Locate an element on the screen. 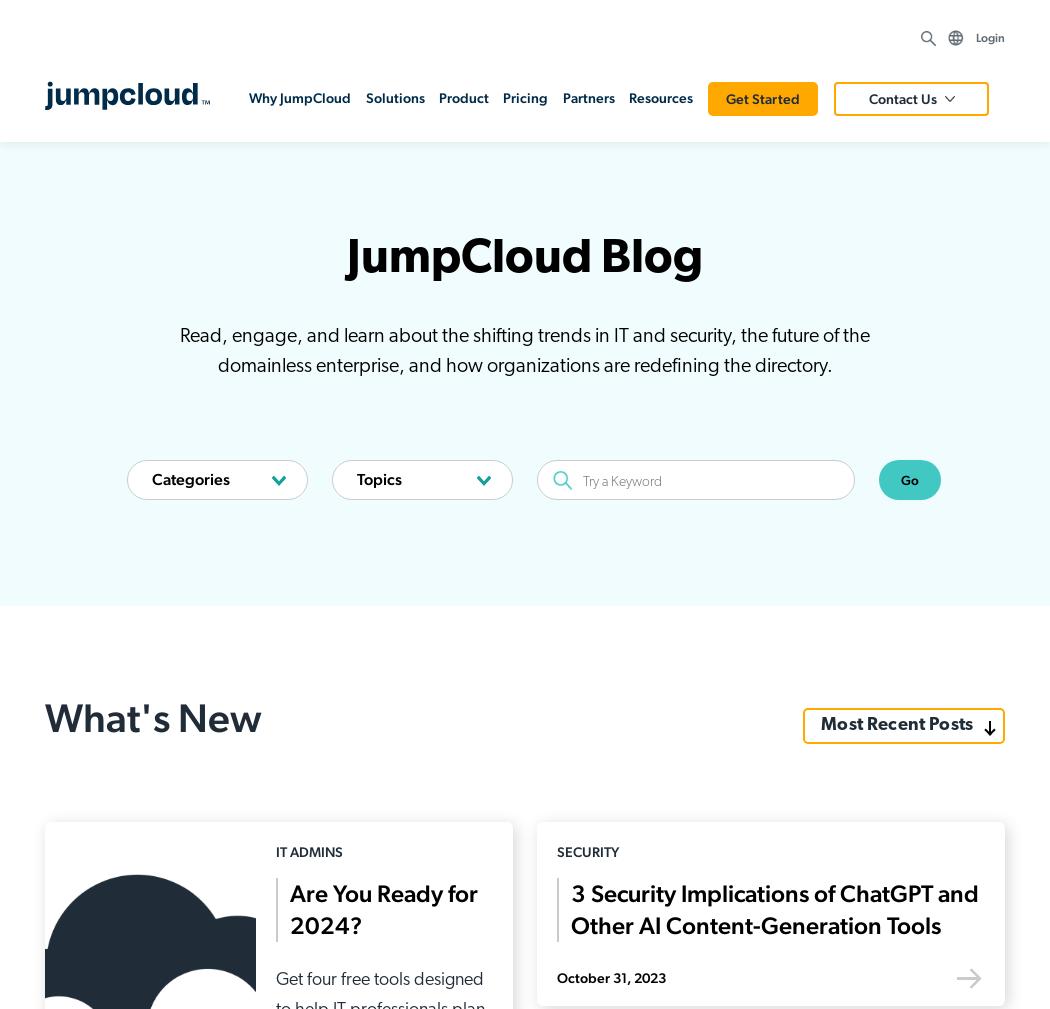 The image size is (1050, 1009). 'JumpCloud University' is located at coordinates (512, 786).